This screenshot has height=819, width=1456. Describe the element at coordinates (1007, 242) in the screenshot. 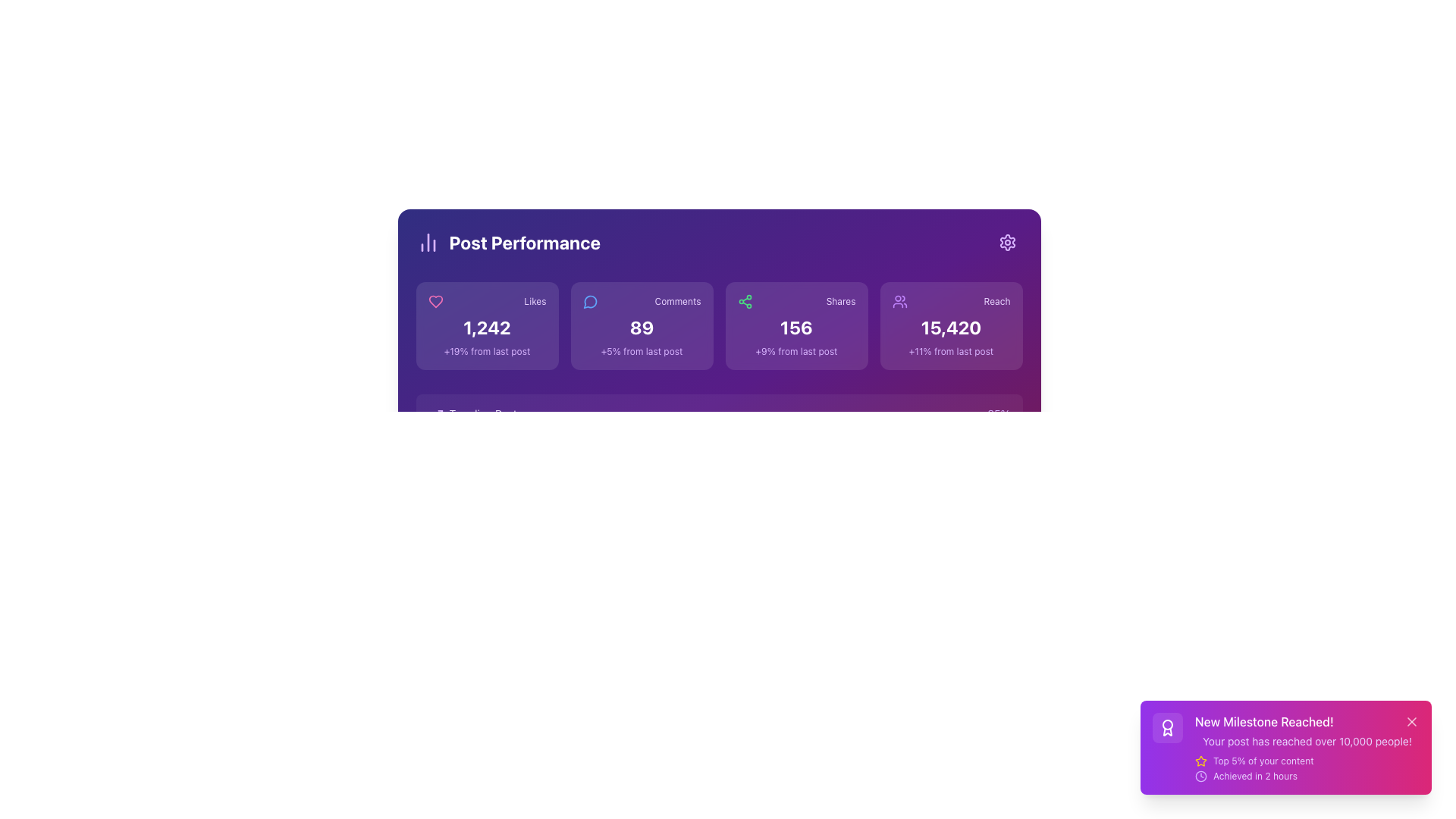

I see `the interactive settings icon, a small gear-like icon located at the top-right corner of the 'Post Performance' section` at that location.